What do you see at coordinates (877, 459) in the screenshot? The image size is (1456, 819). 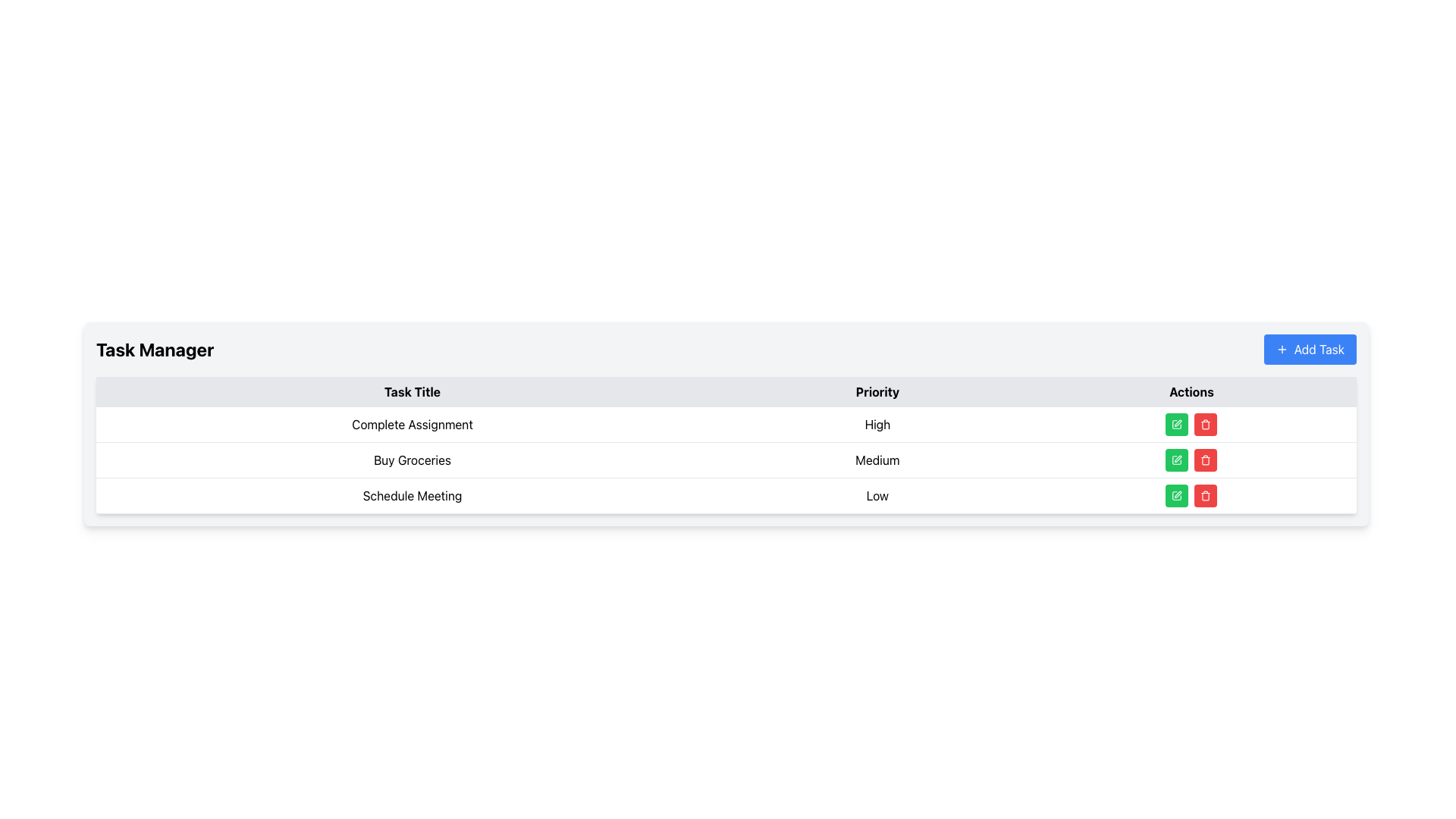 I see `the text label displaying 'Medium' in the Priority column of the task management table for the 'Buy Groceries' task, located in the second row` at bounding box center [877, 459].